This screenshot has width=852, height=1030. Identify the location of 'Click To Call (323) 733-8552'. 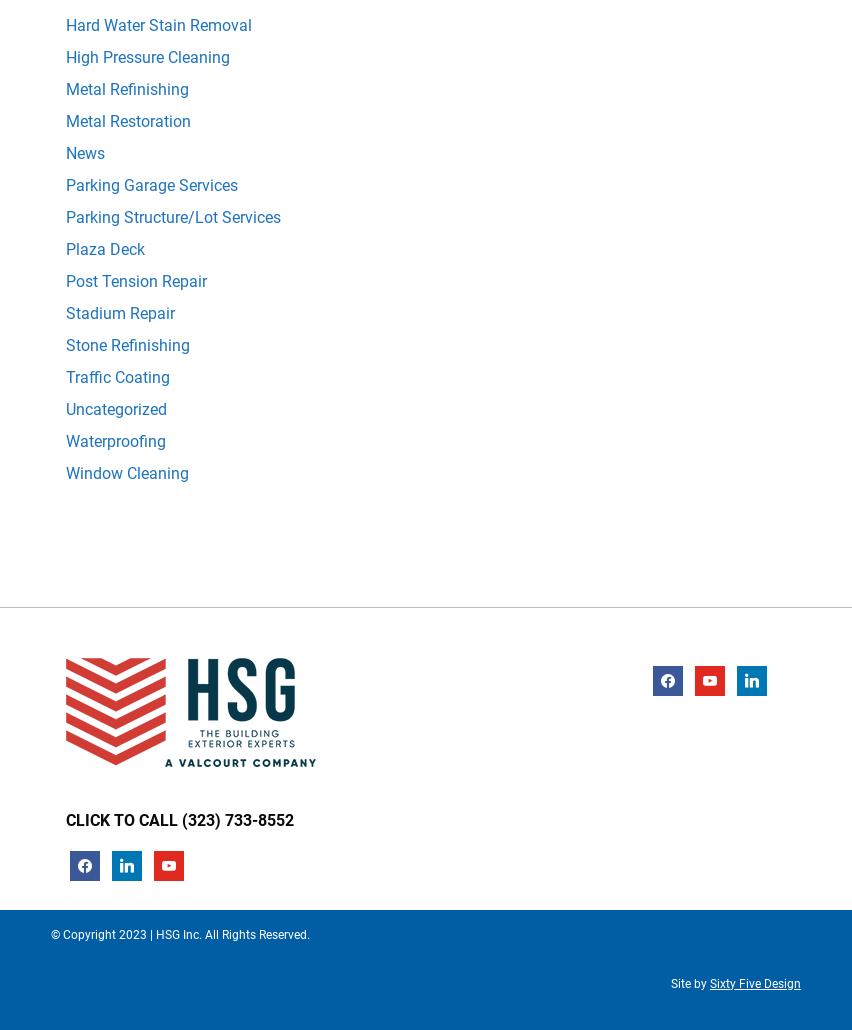
(180, 818).